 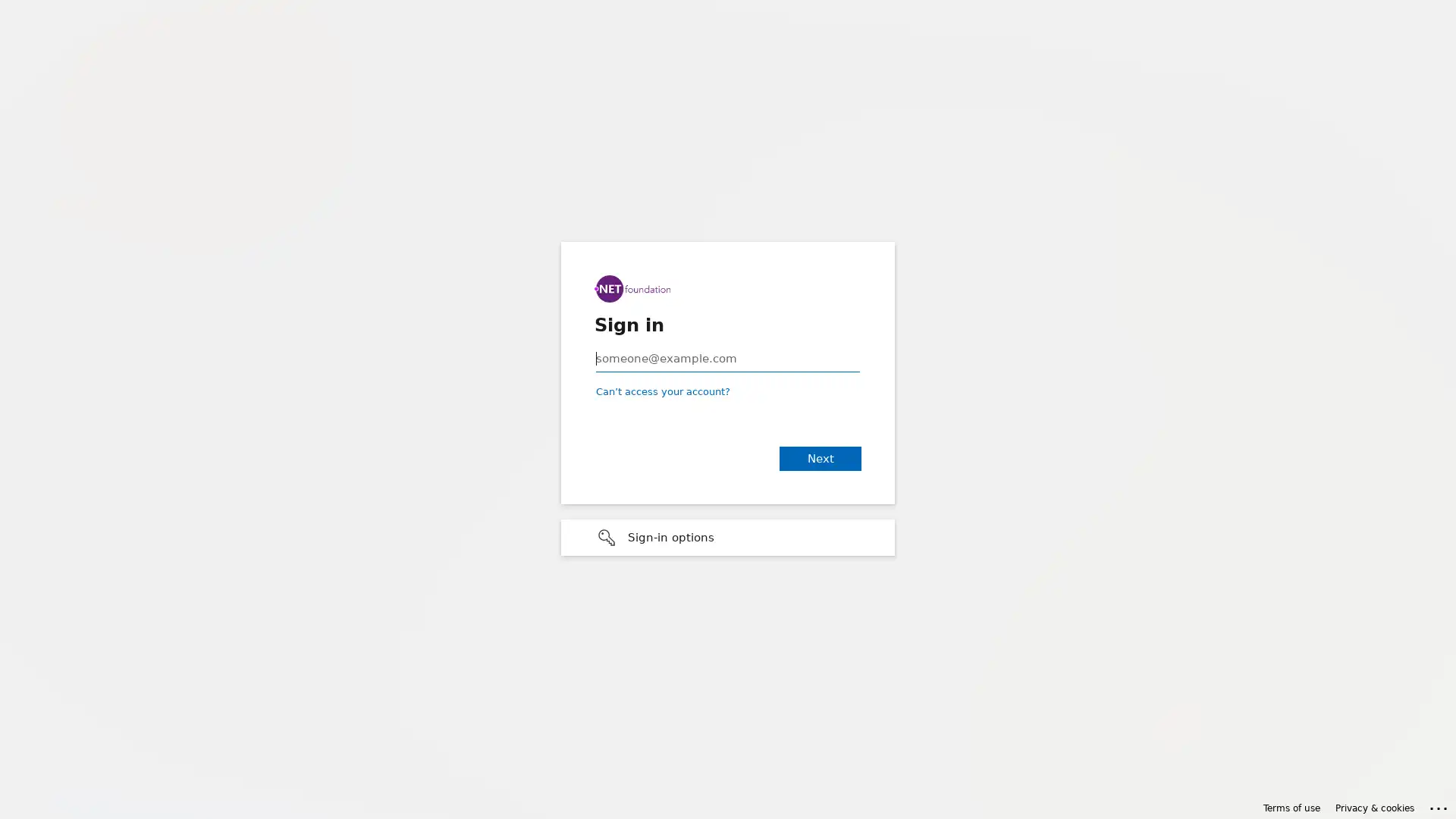 What do you see at coordinates (819, 458) in the screenshot?
I see `Next` at bounding box center [819, 458].